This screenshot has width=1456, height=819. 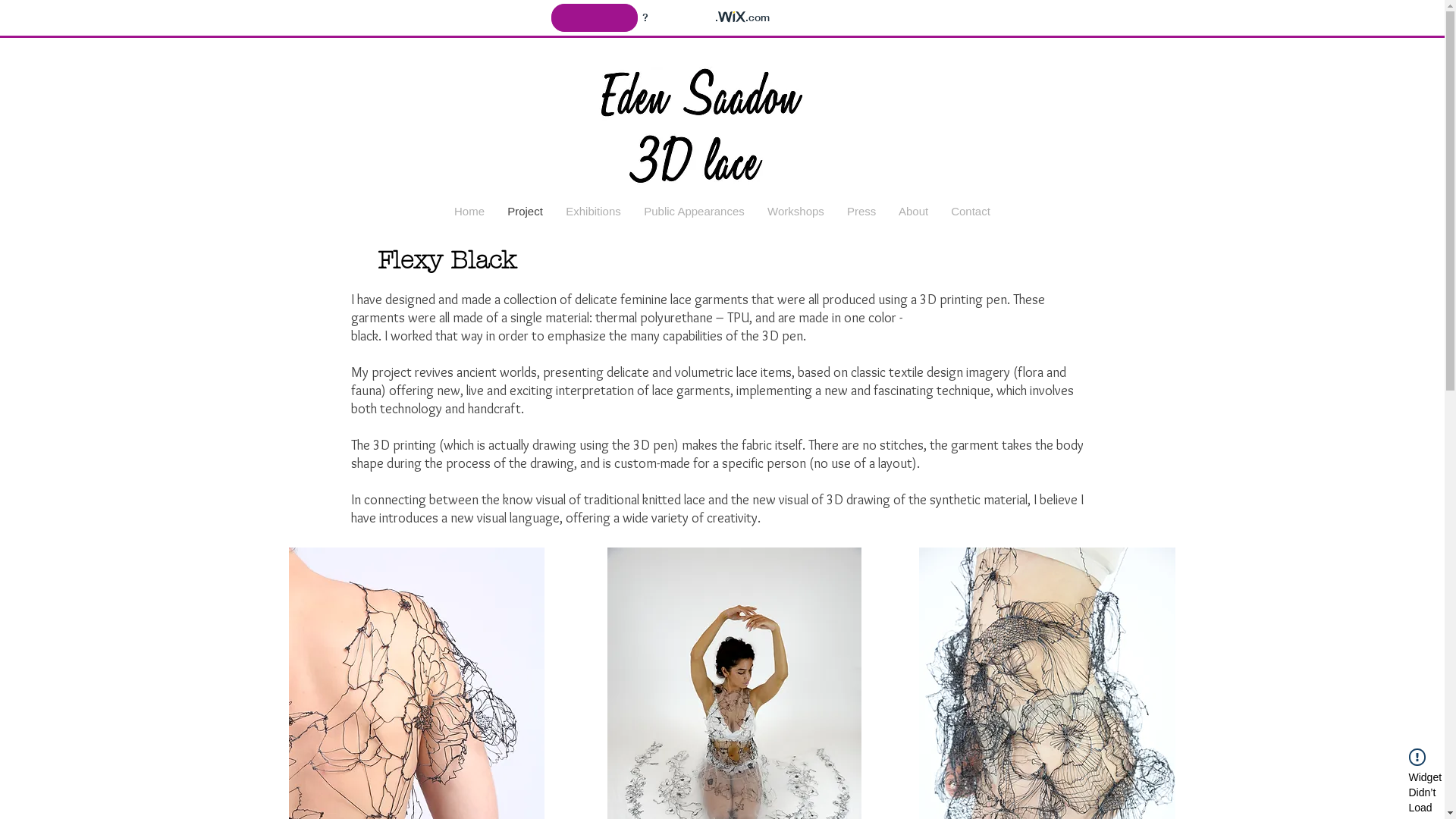 What do you see at coordinates (971, 211) in the screenshot?
I see `'Contact'` at bounding box center [971, 211].